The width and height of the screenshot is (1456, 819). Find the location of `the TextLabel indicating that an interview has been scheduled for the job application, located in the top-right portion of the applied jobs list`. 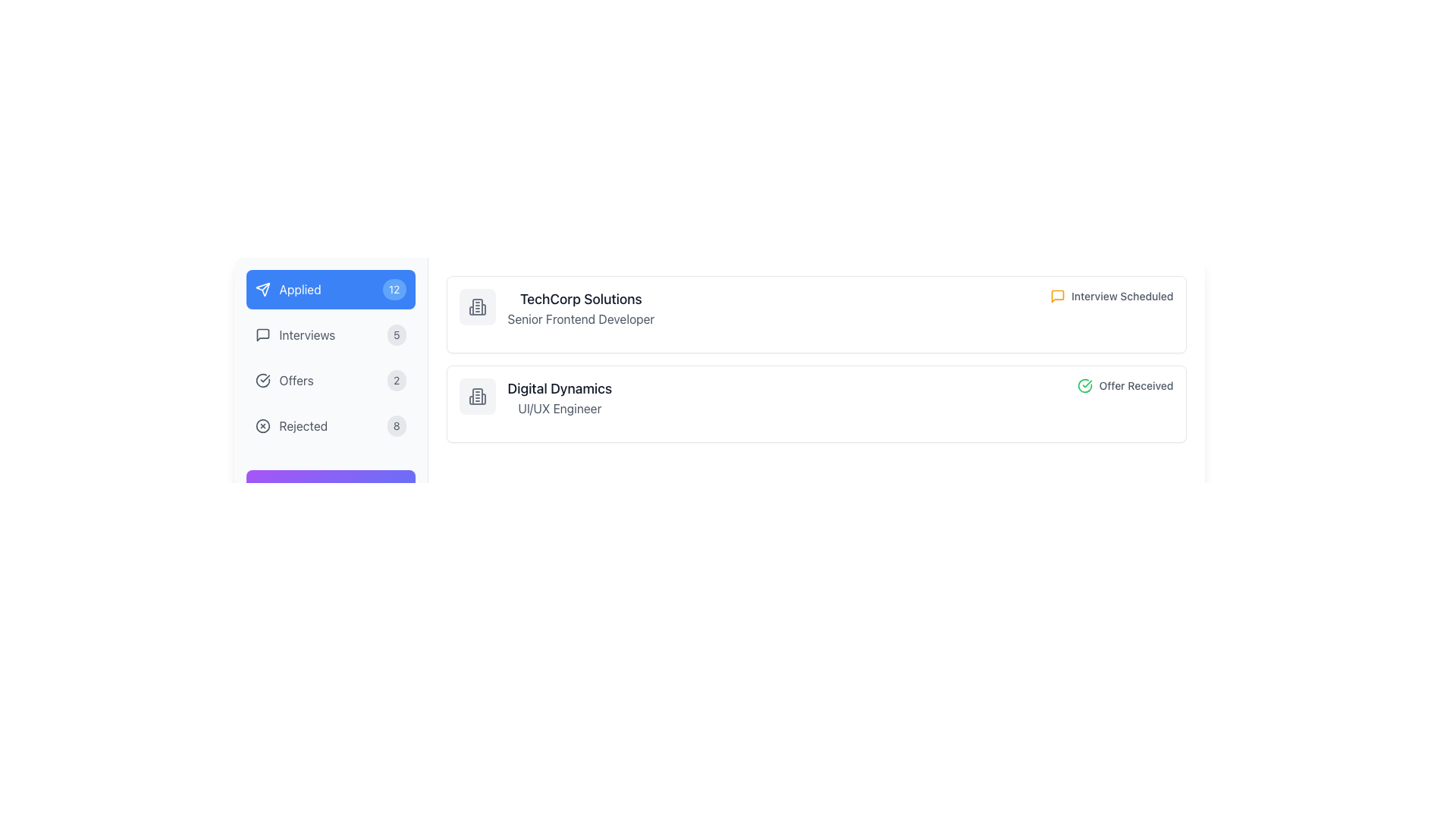

the TextLabel indicating that an interview has been scheduled for the job application, located in the top-right portion of the applied jobs list is located at coordinates (1122, 296).